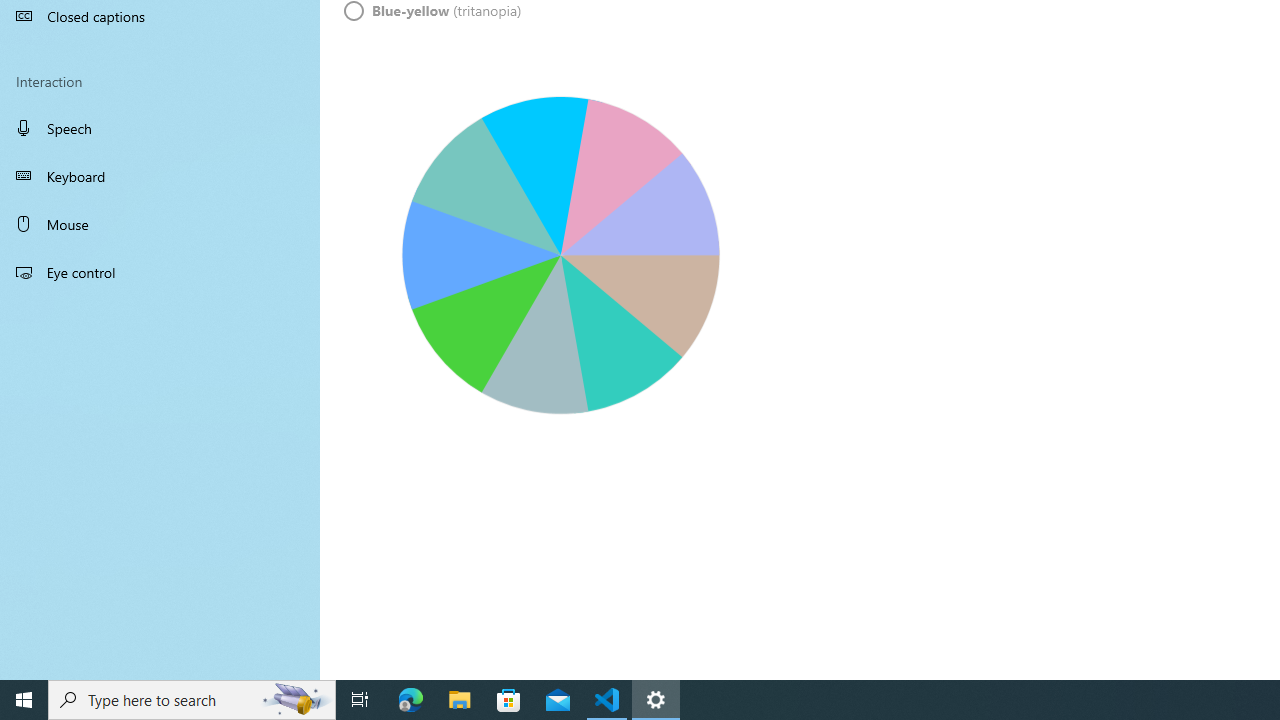 The image size is (1280, 720). I want to click on 'Eye control', so click(160, 271).